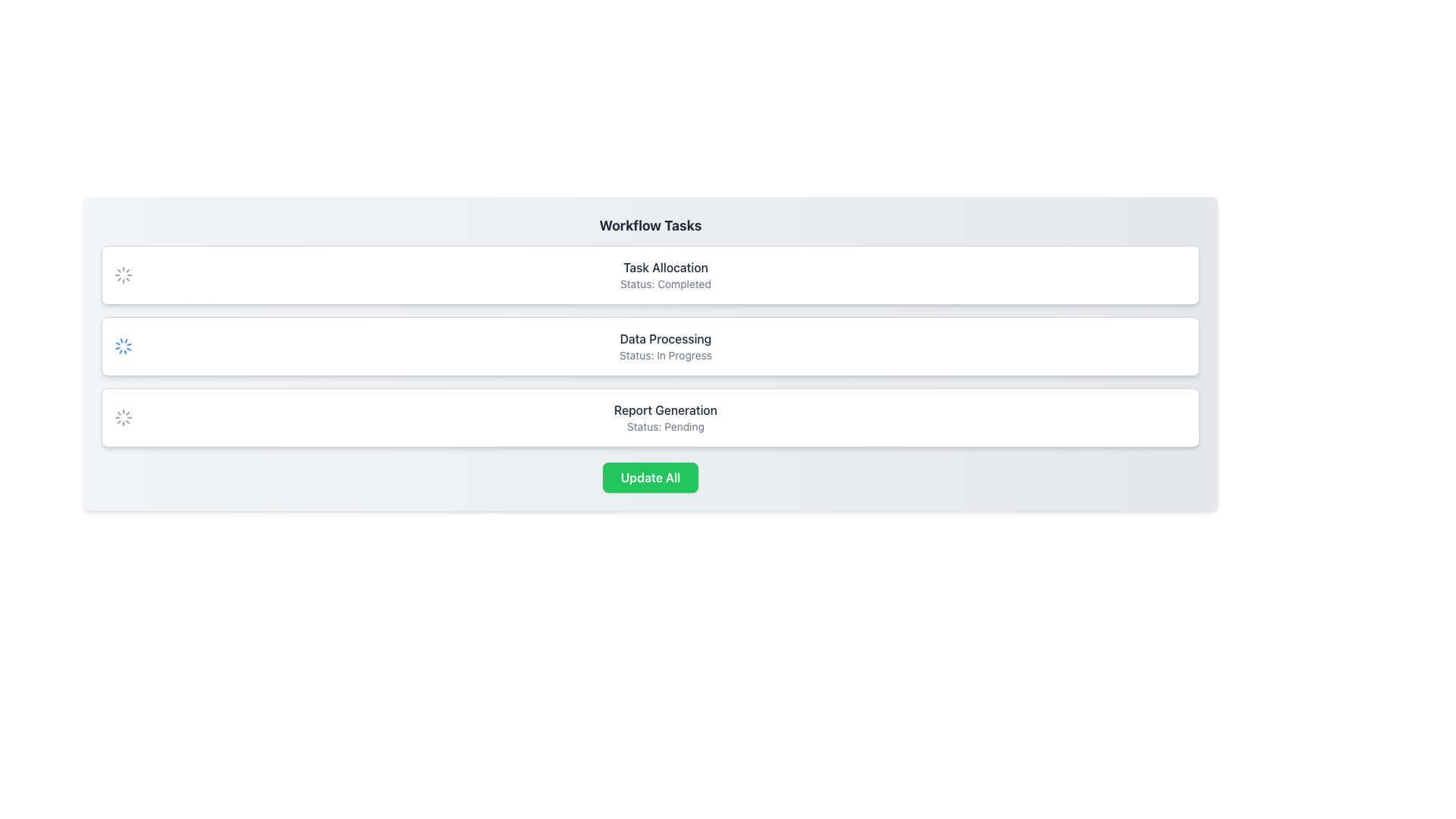  Describe the element at coordinates (666, 275) in the screenshot. I see `the 'Task Allocation' text label, which displays 'Status: Completed' below it, located at the top of the 'Workflow Tasks' section` at that location.